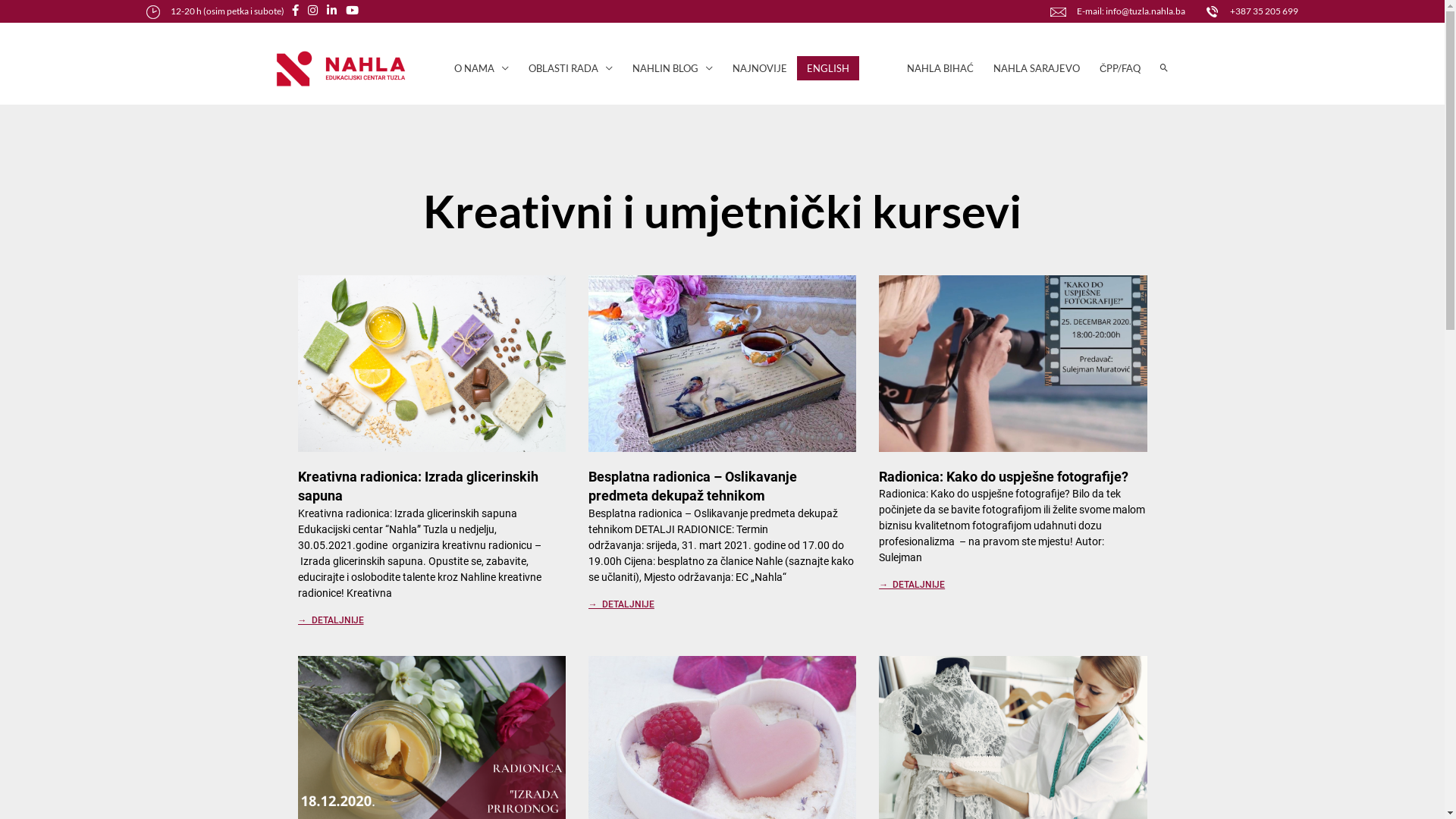 This screenshot has height=819, width=1456. Describe the element at coordinates (722, 68) in the screenshot. I see `'NAJNOVIJE'` at that location.